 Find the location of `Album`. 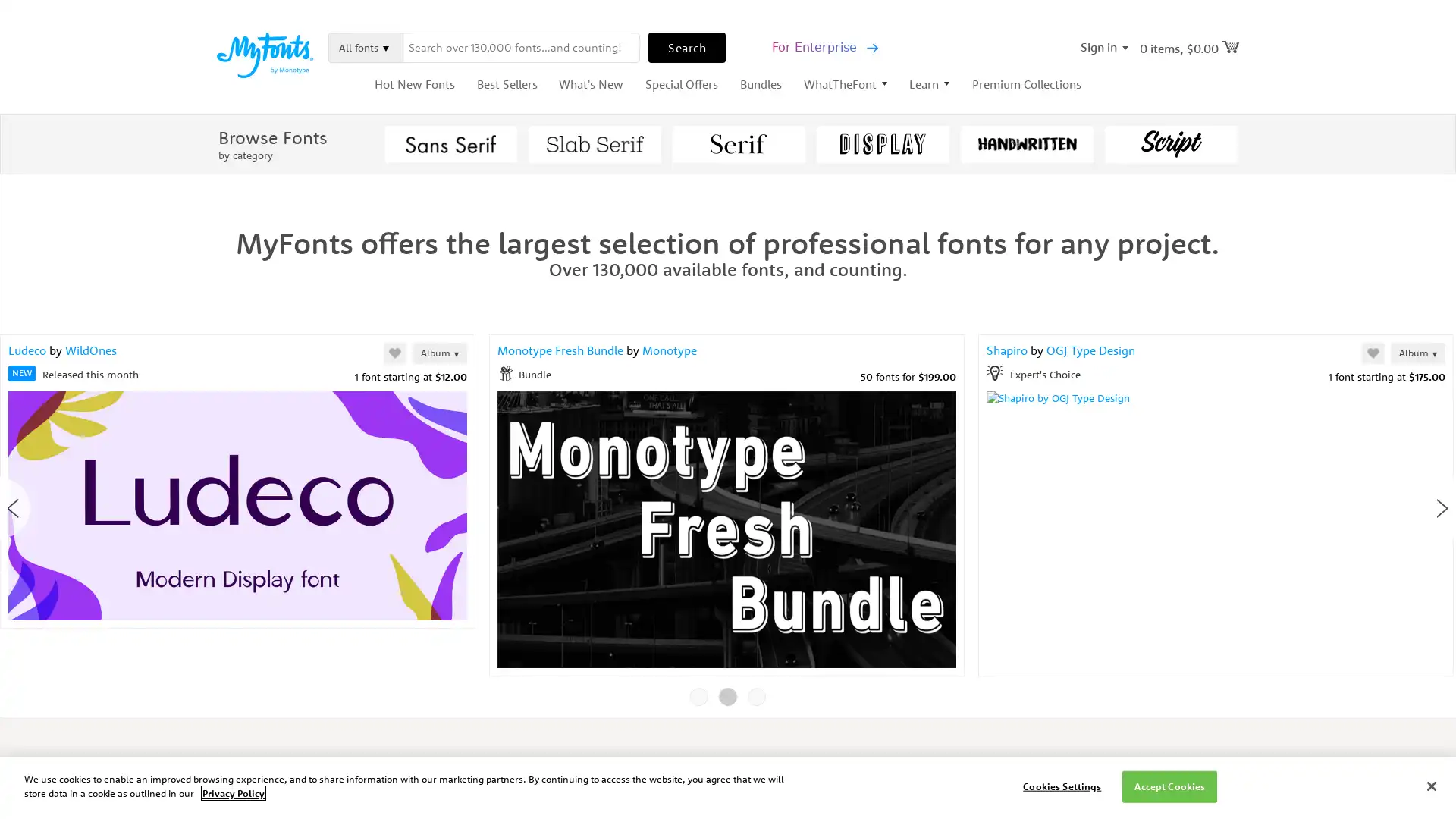

Album is located at coordinates (438, 353).